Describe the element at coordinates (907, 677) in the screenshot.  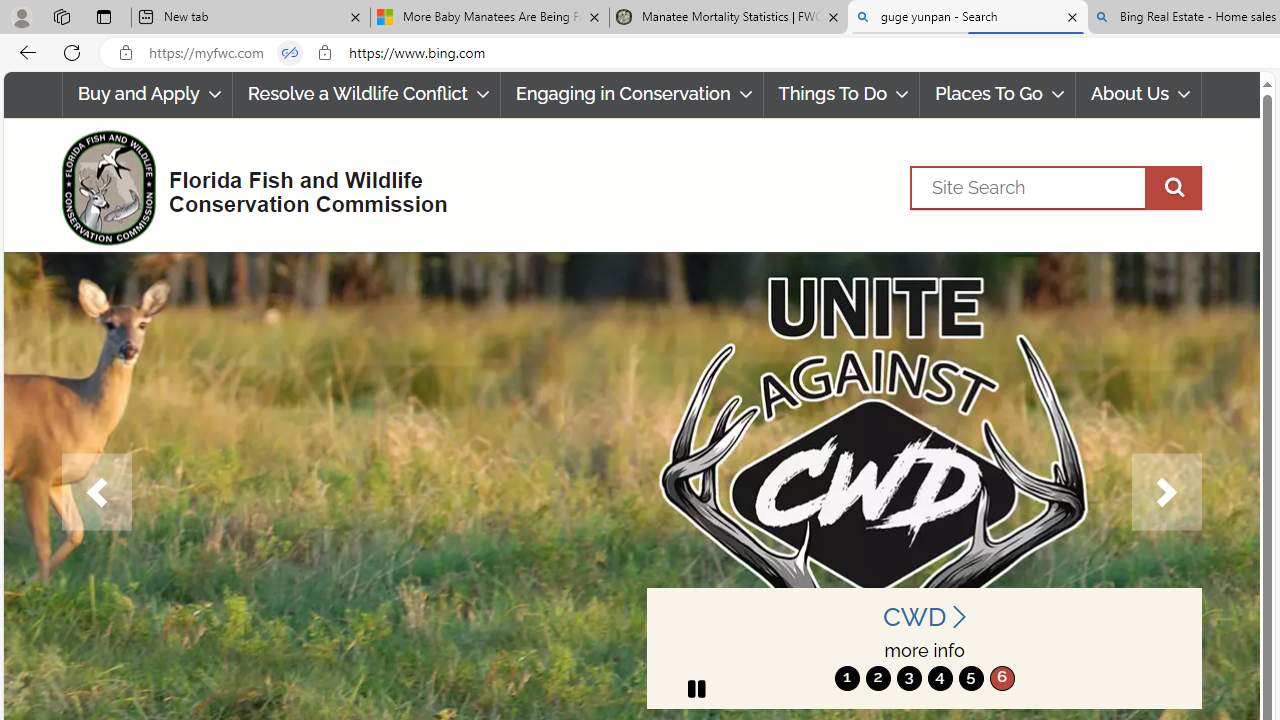
I see `'move to slide 3'` at that location.